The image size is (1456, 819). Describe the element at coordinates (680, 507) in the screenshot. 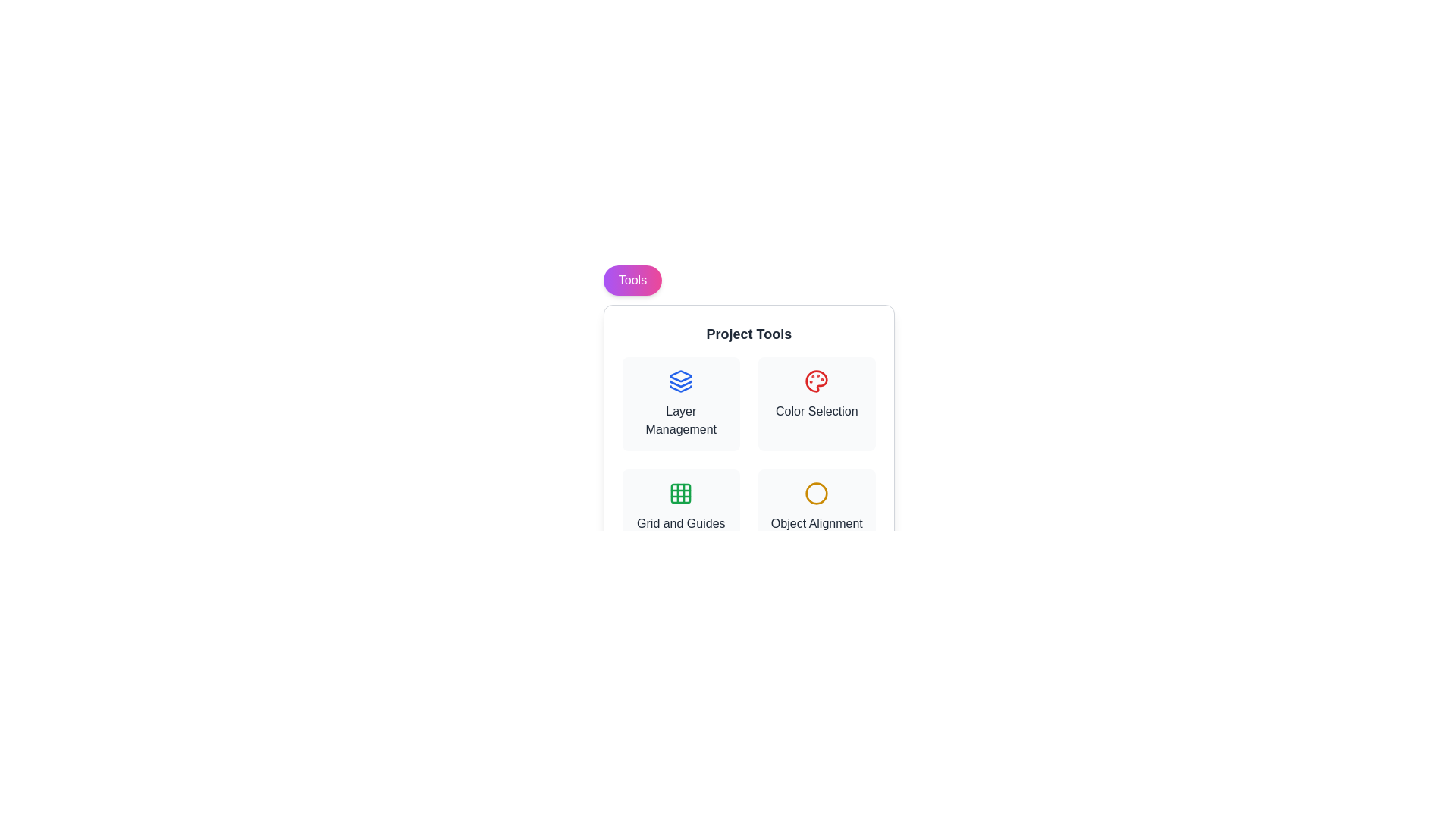

I see `the menu button for grid and guide management located in the lower-left quadrant, below 'Layer Management' and to the left of 'Object Alignment'` at that location.